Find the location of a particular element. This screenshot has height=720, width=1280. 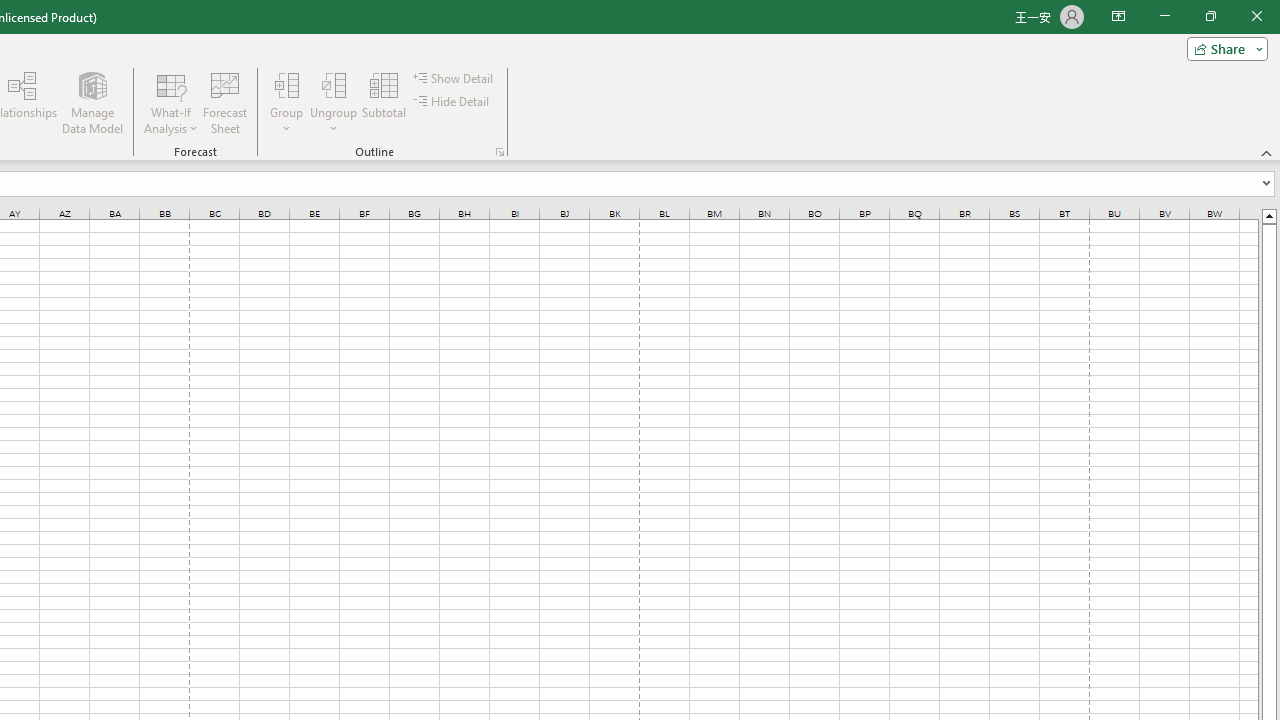

'Group and Outline Settings' is located at coordinates (499, 150).